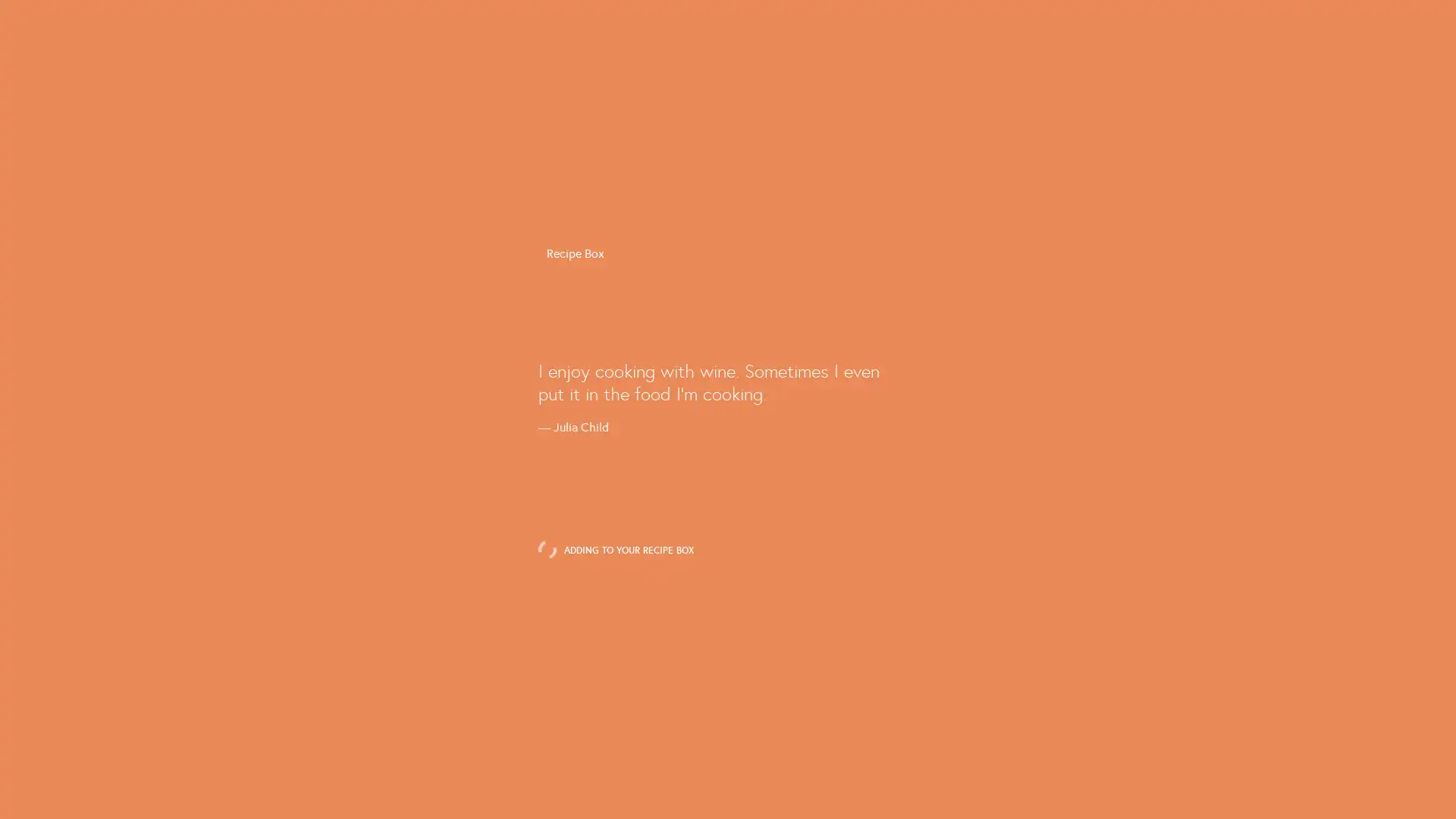  I want to click on Connect with Apple, so click(726, 472).